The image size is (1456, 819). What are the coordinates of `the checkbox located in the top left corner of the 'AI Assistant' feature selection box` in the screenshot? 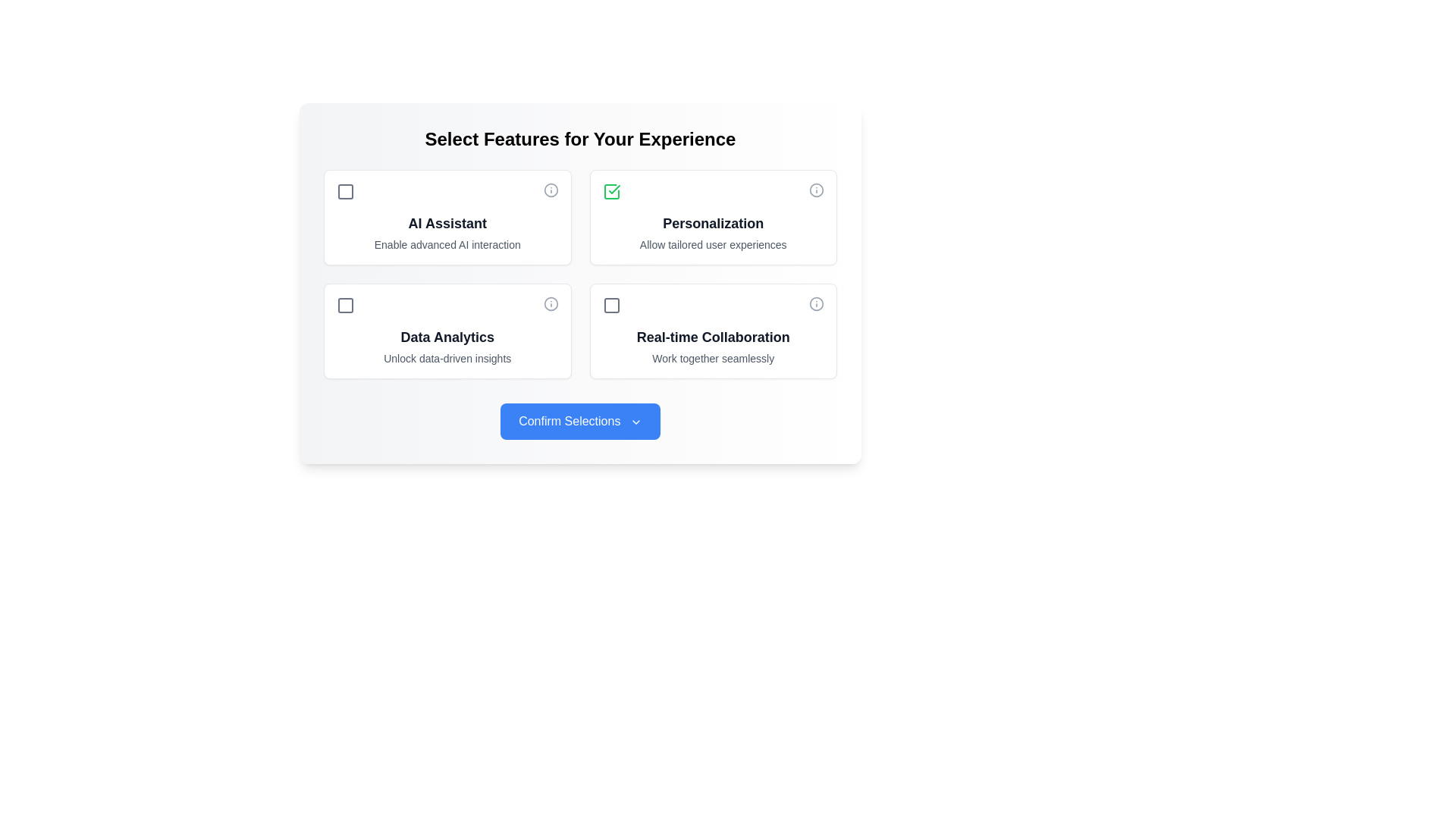 It's located at (345, 191).